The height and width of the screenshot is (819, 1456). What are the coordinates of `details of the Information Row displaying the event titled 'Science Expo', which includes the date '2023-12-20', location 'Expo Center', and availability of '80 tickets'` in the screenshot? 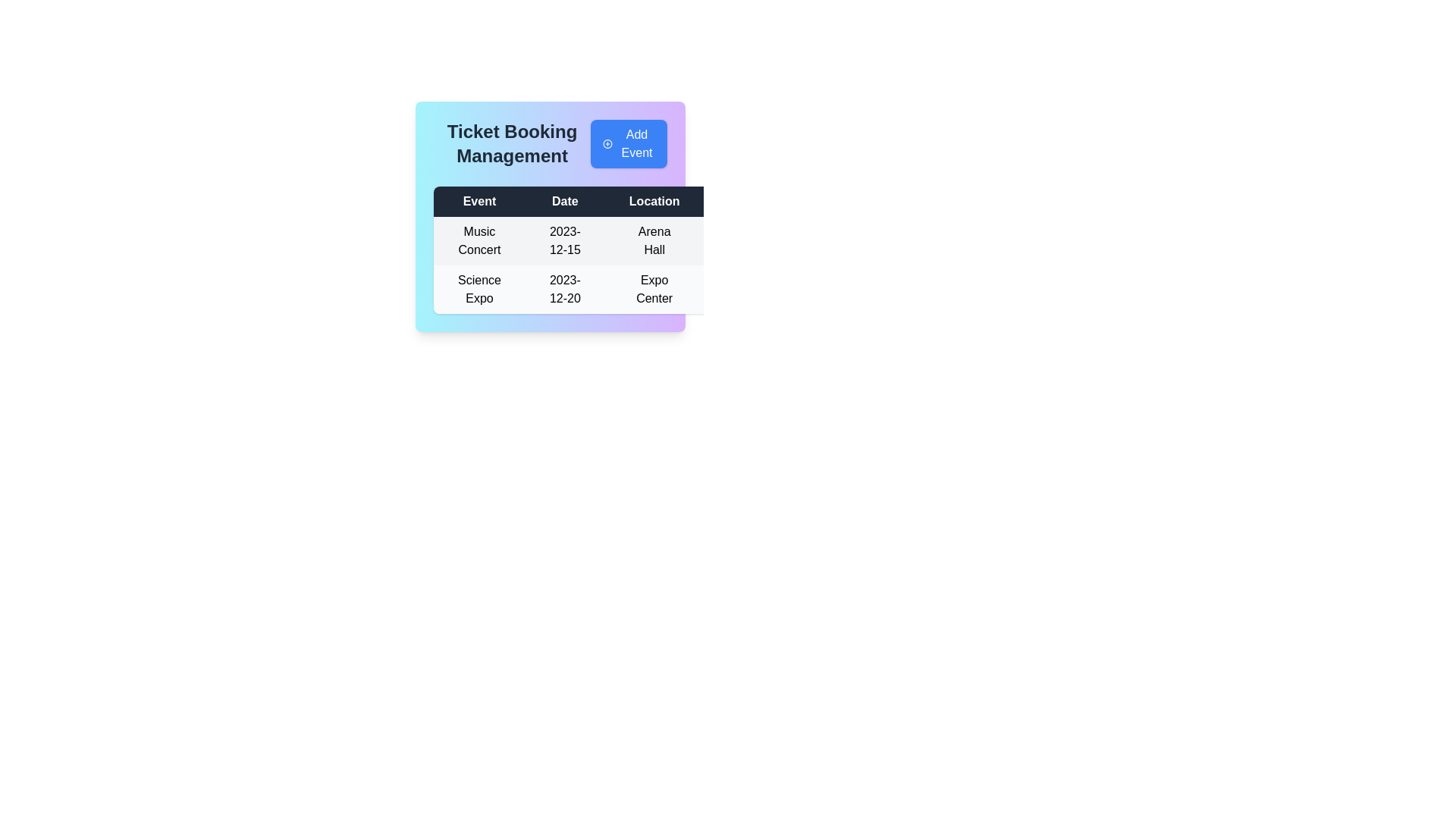 It's located at (684, 289).